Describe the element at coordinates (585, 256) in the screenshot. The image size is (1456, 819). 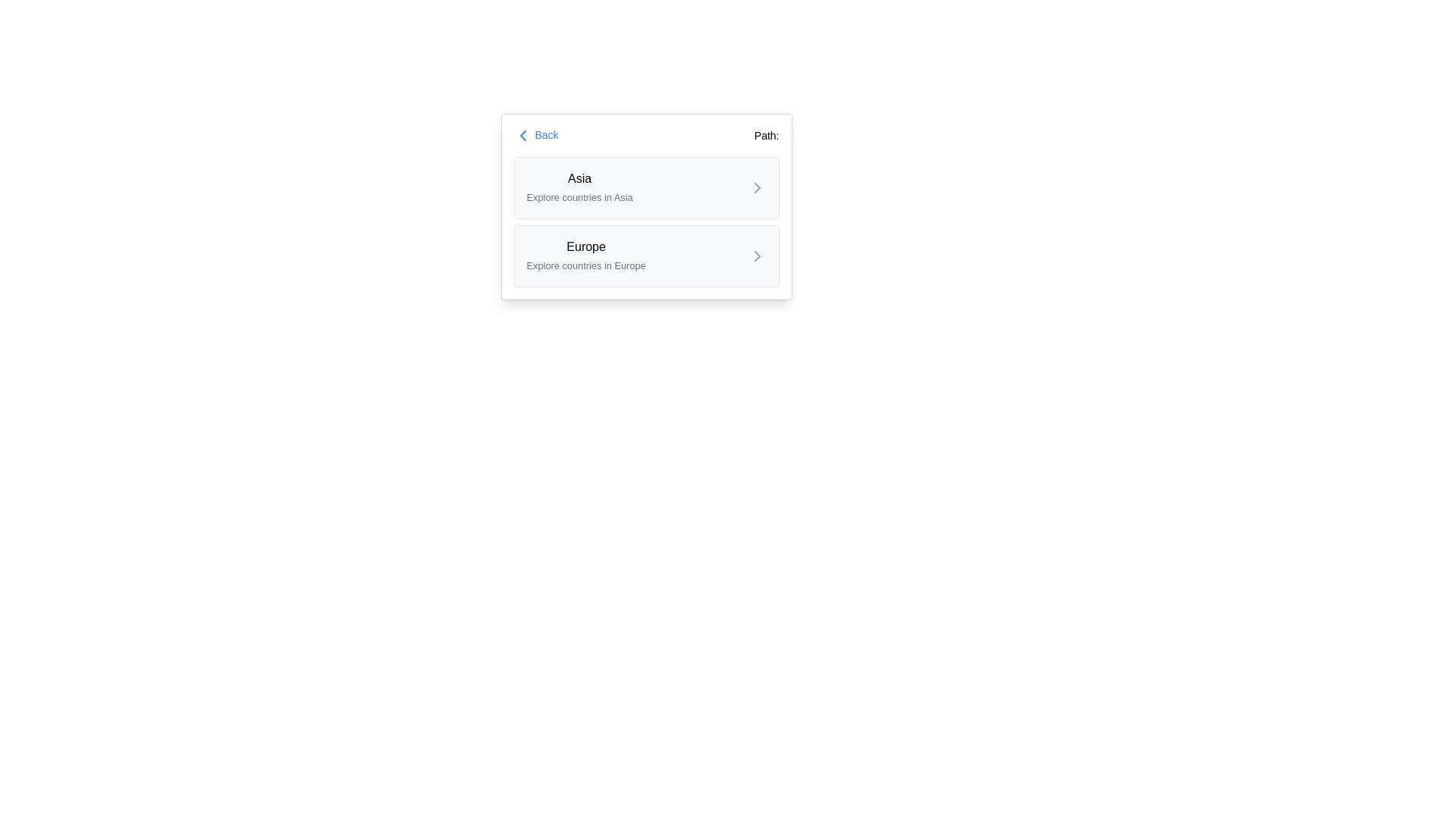
I see `information from the selectable option for navigating to the section dedicated to exploring countries in Europe, which is the second item in a vertically-aligned list of selectable regions` at that location.